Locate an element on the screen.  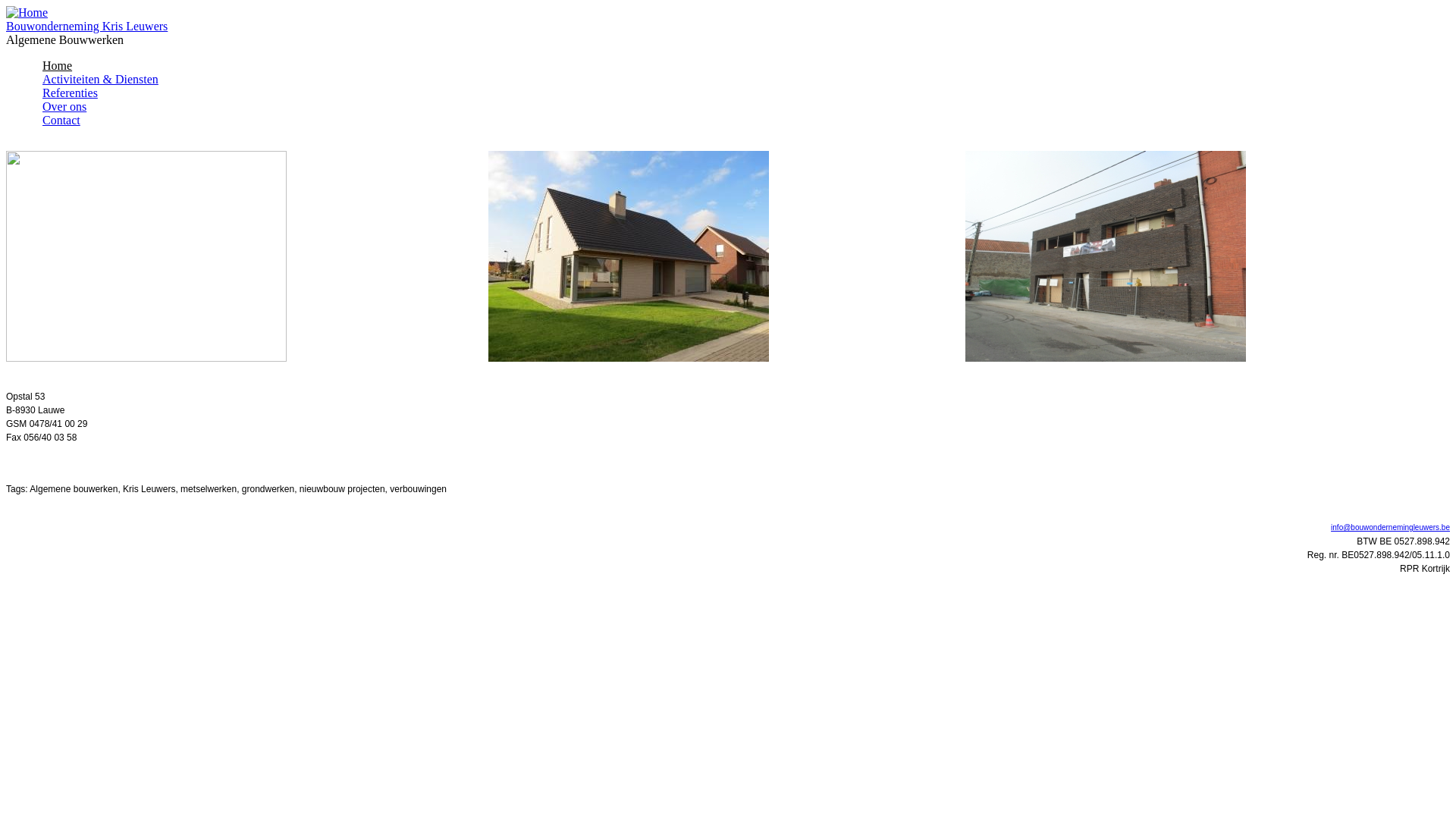
'Overslaan en naar de inhoud gaan' is located at coordinates (87, 6).